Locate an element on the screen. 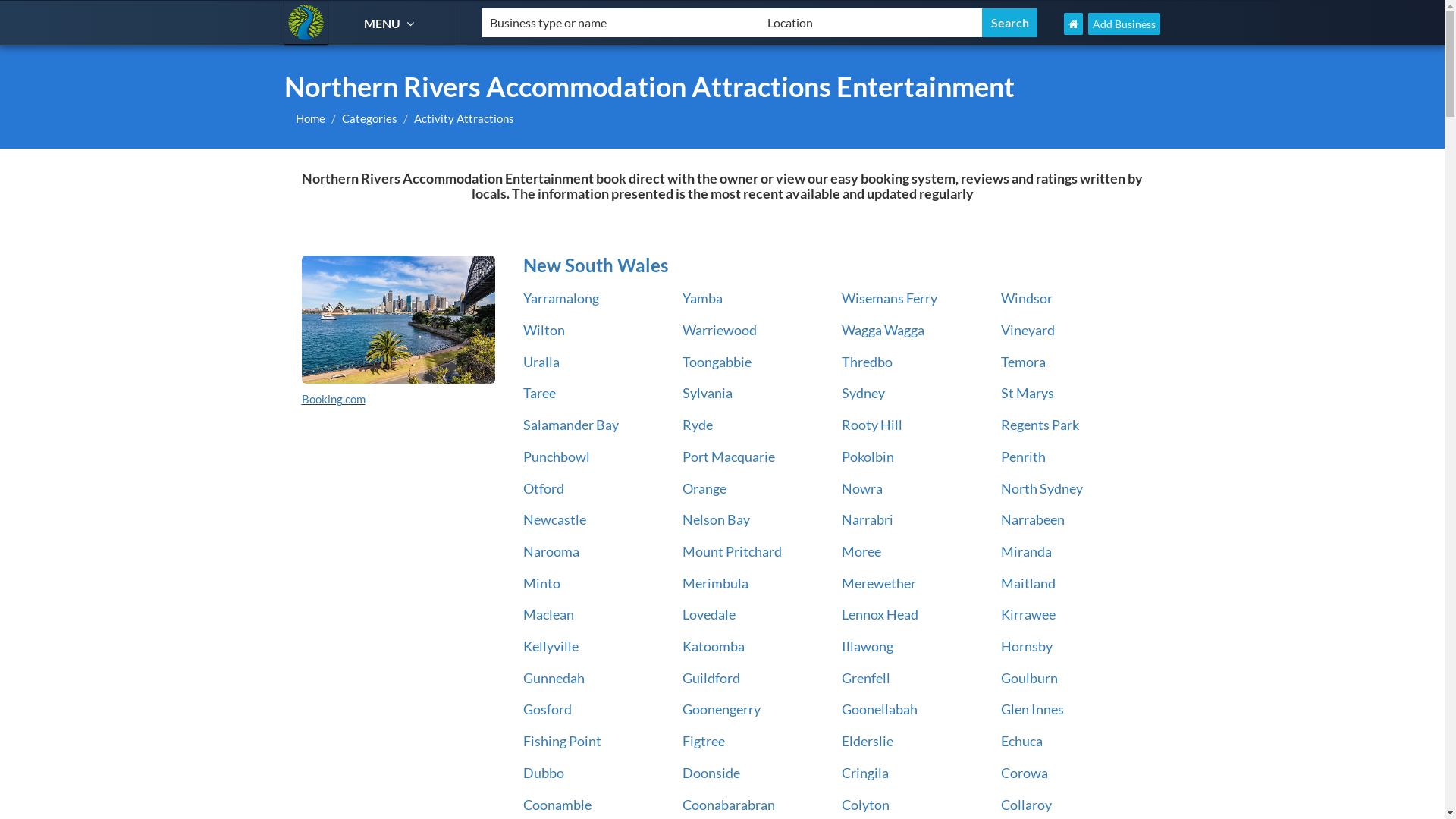 Image resolution: width=1456 pixels, height=819 pixels. 'Regents Park' is located at coordinates (1039, 424).